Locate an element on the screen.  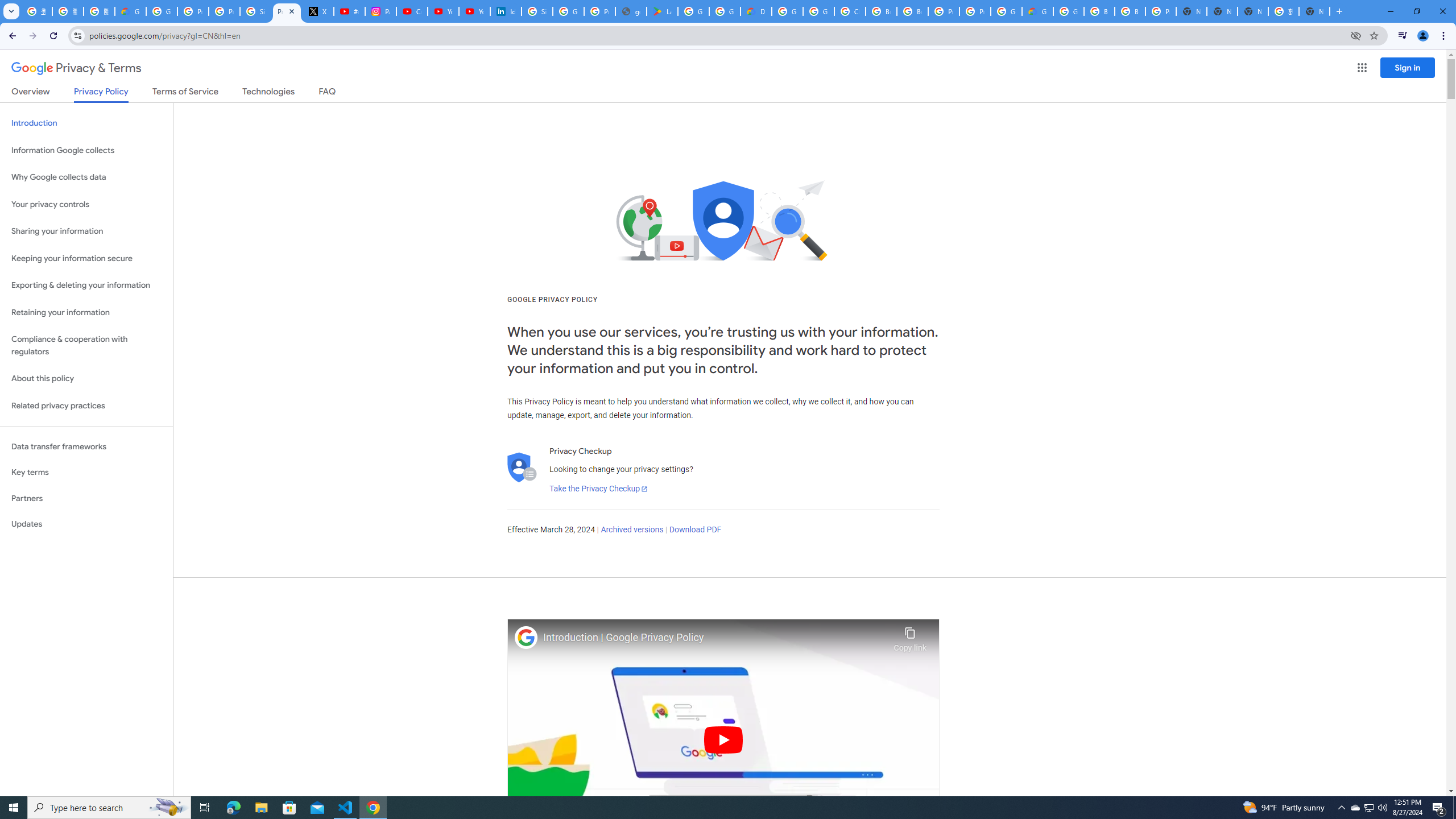
'About this policy' is located at coordinates (86, 379).